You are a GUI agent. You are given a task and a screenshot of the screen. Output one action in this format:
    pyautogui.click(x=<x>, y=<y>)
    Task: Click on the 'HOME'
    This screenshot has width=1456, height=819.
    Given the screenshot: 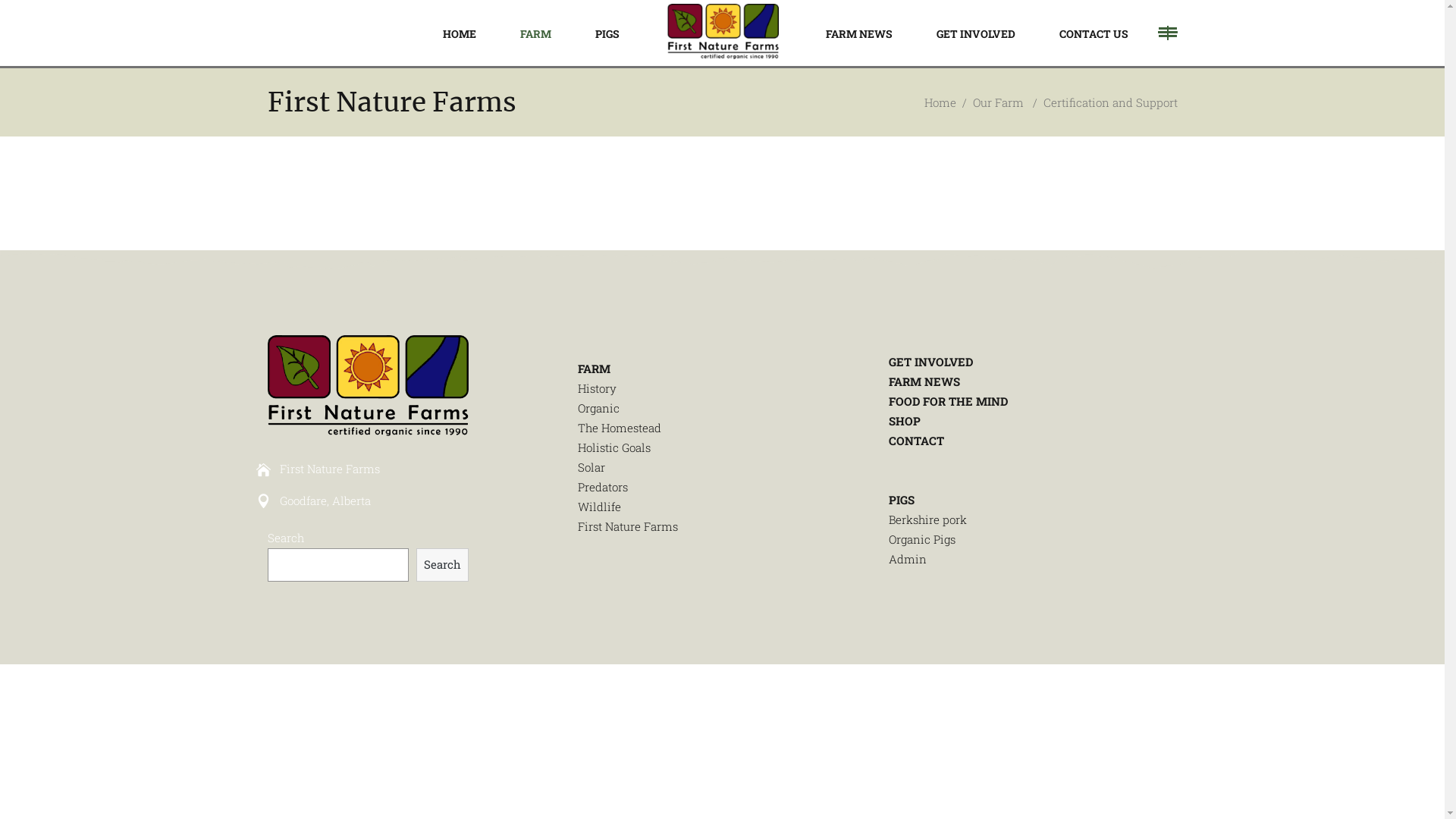 What is the action you would take?
    pyautogui.click(x=457, y=33)
    